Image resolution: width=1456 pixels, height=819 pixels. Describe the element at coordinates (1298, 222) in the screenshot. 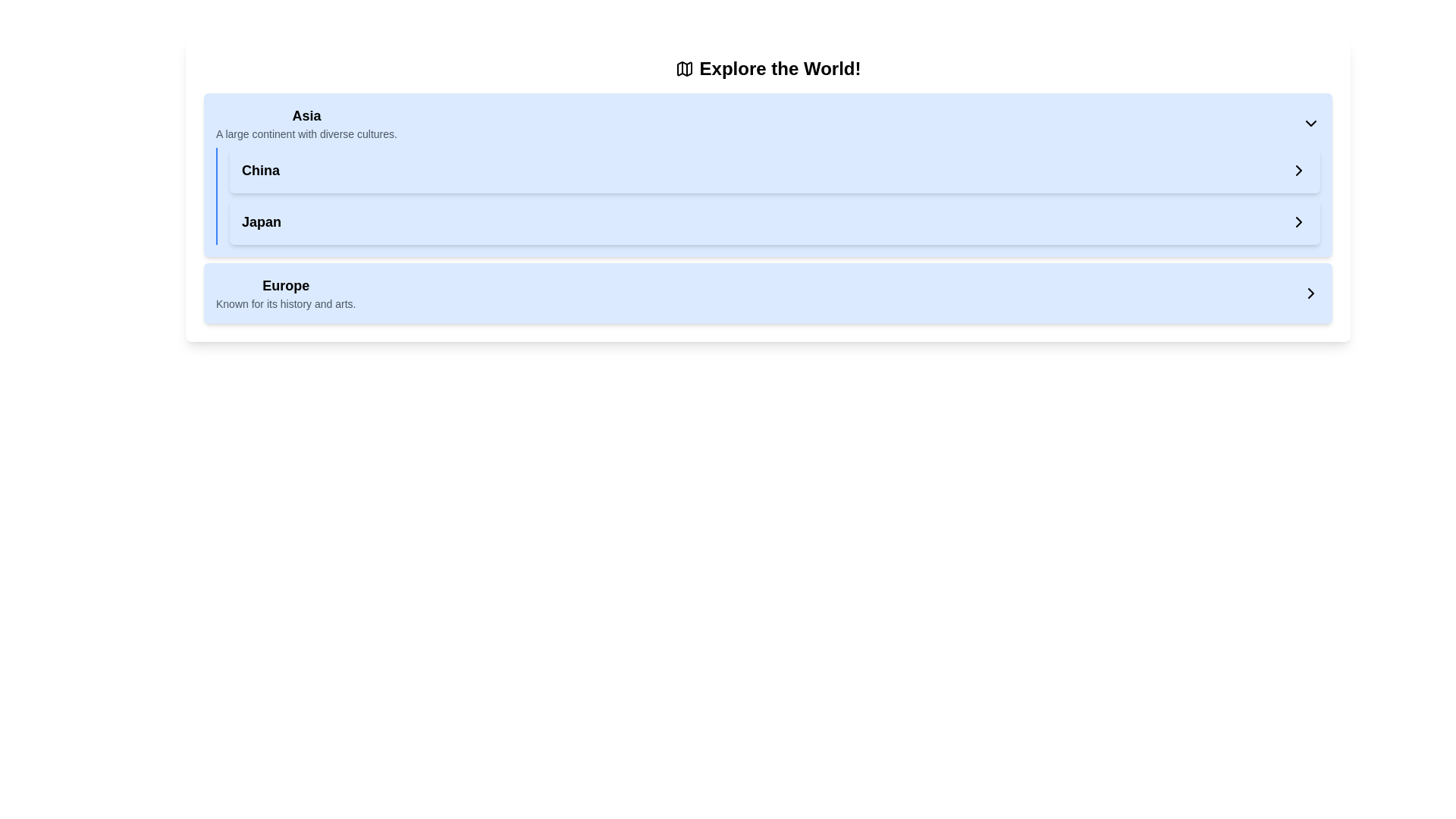

I see `the right-pointing chevron icon, which is styled with a black color and thin stroke, located to the far right of the 'Japan' label in the list-like component, to initiate navigation` at that location.